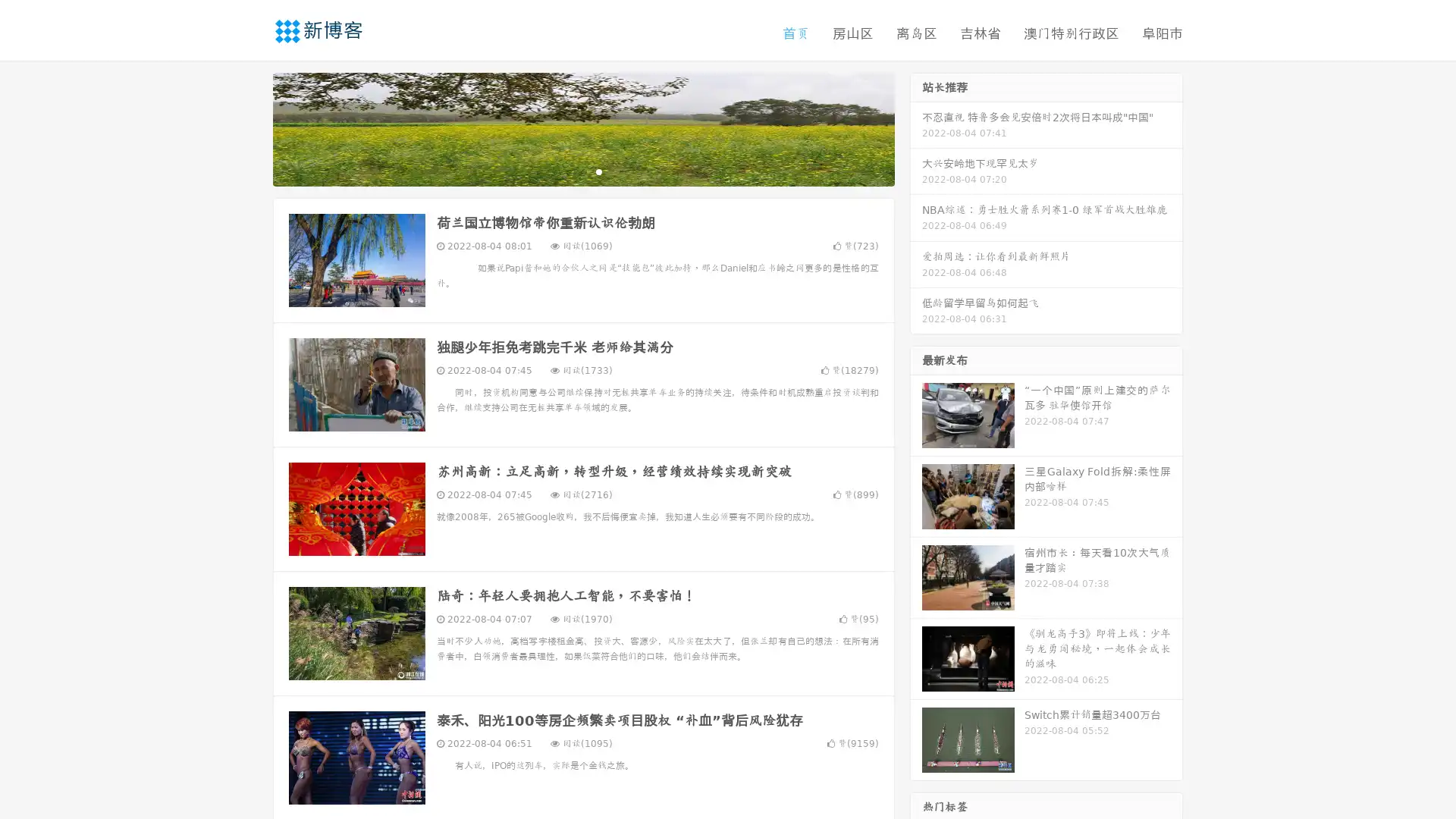  I want to click on Next slide, so click(916, 127).